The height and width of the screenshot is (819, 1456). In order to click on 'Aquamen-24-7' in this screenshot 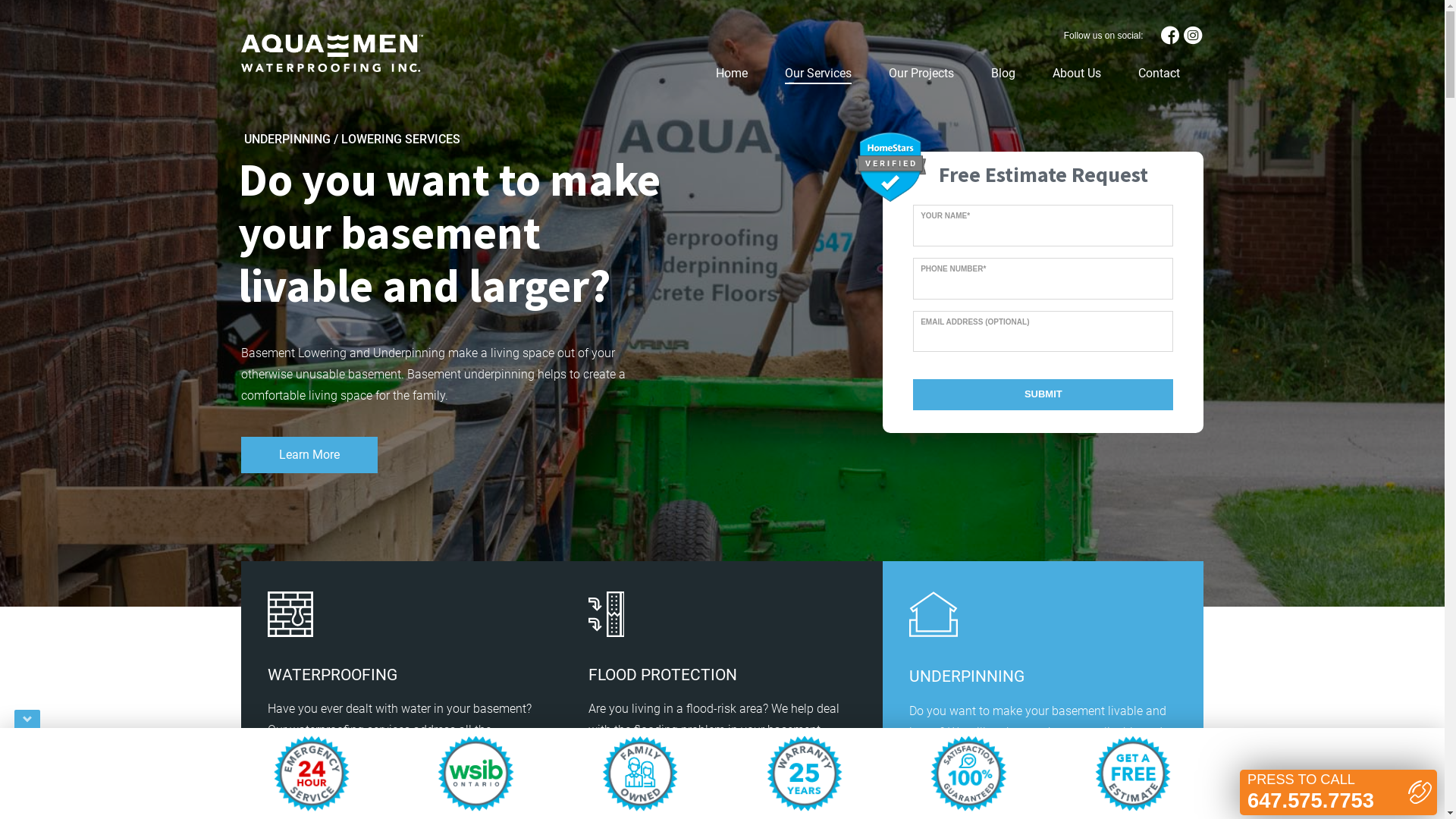, I will do `click(311, 773)`.